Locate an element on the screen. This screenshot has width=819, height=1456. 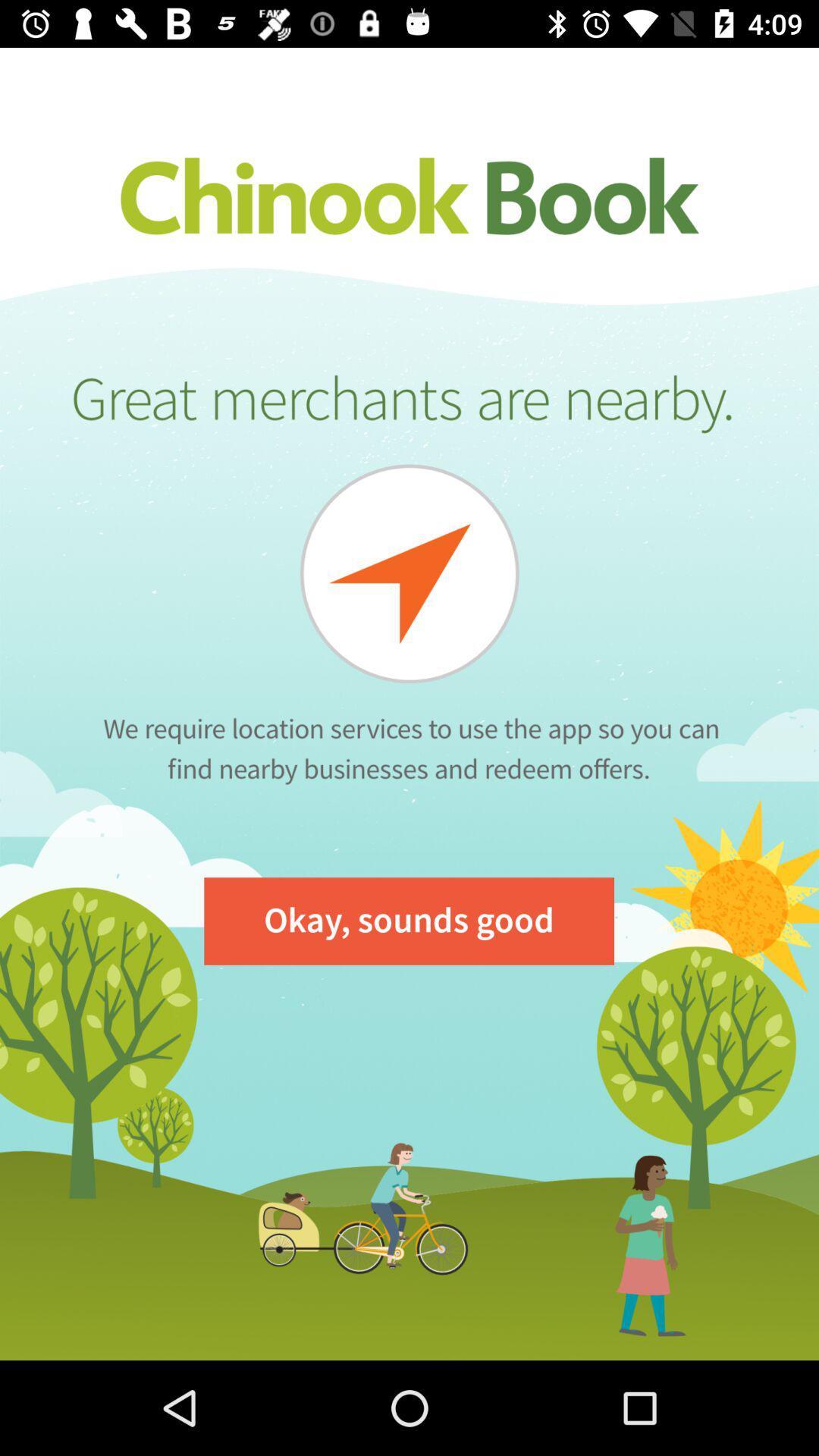
okay, sounds good is located at coordinates (408, 920).